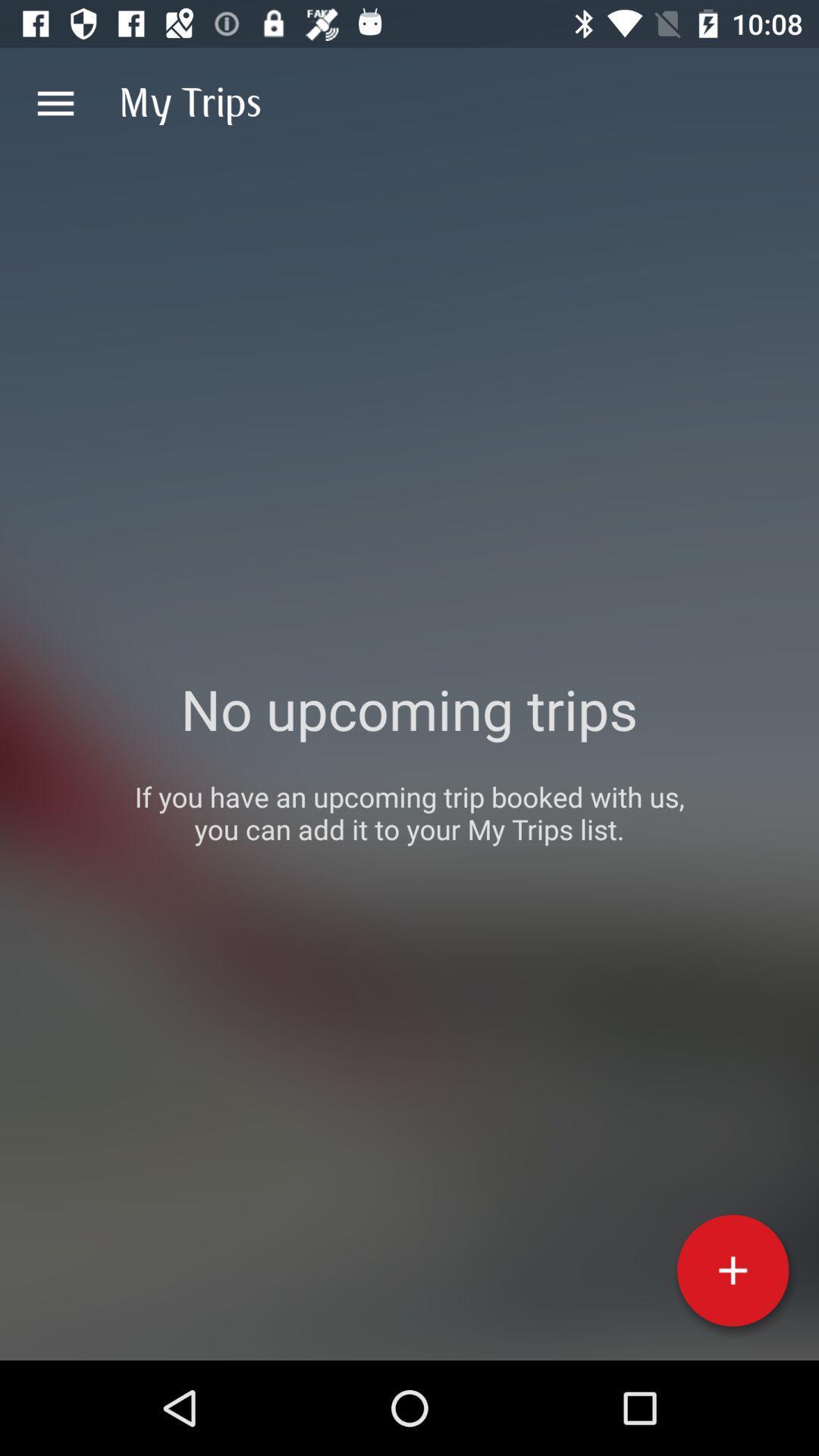 The width and height of the screenshot is (819, 1456). Describe the element at coordinates (55, 102) in the screenshot. I see `main menu` at that location.